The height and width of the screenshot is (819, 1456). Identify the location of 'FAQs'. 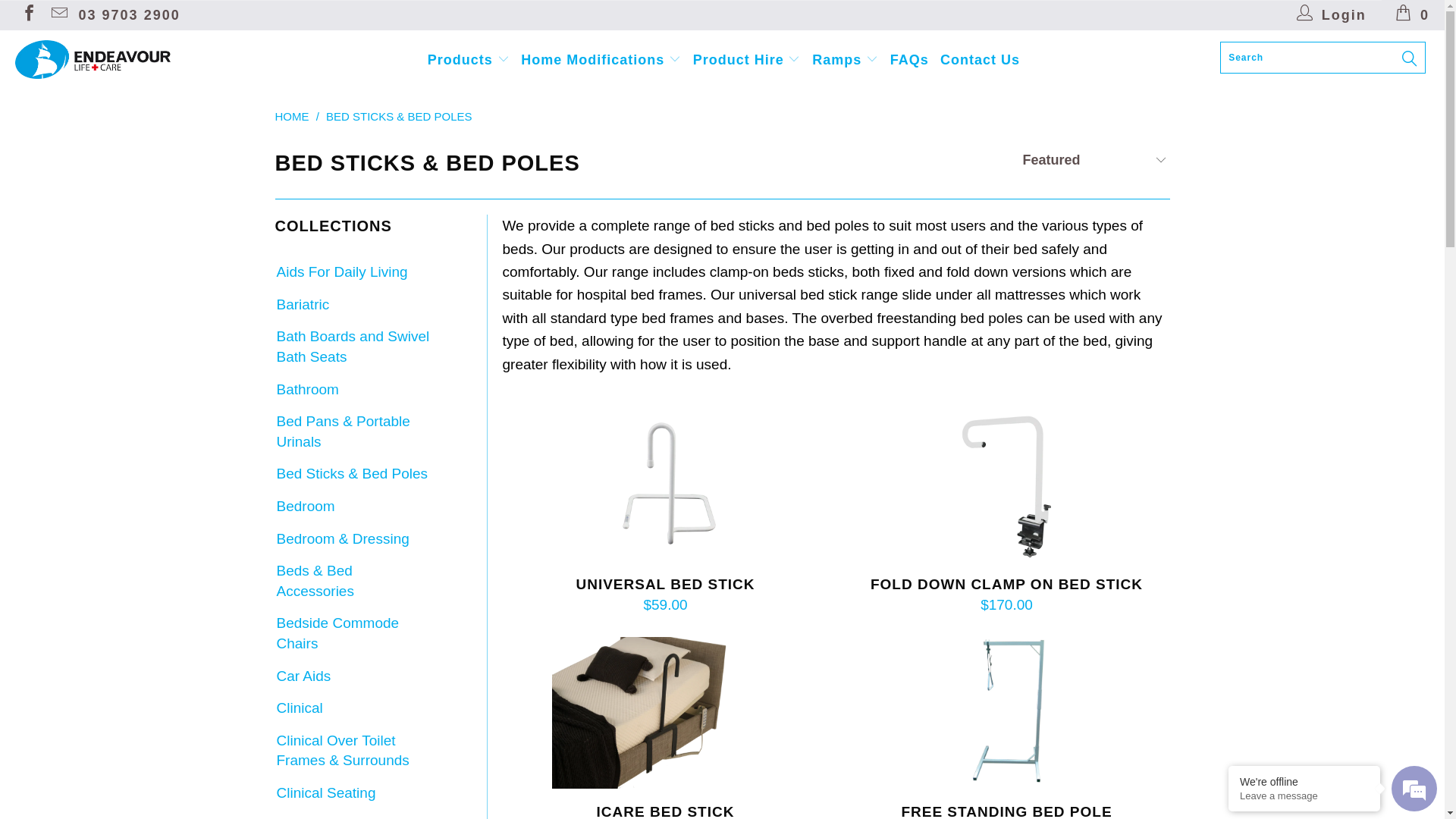
(890, 59).